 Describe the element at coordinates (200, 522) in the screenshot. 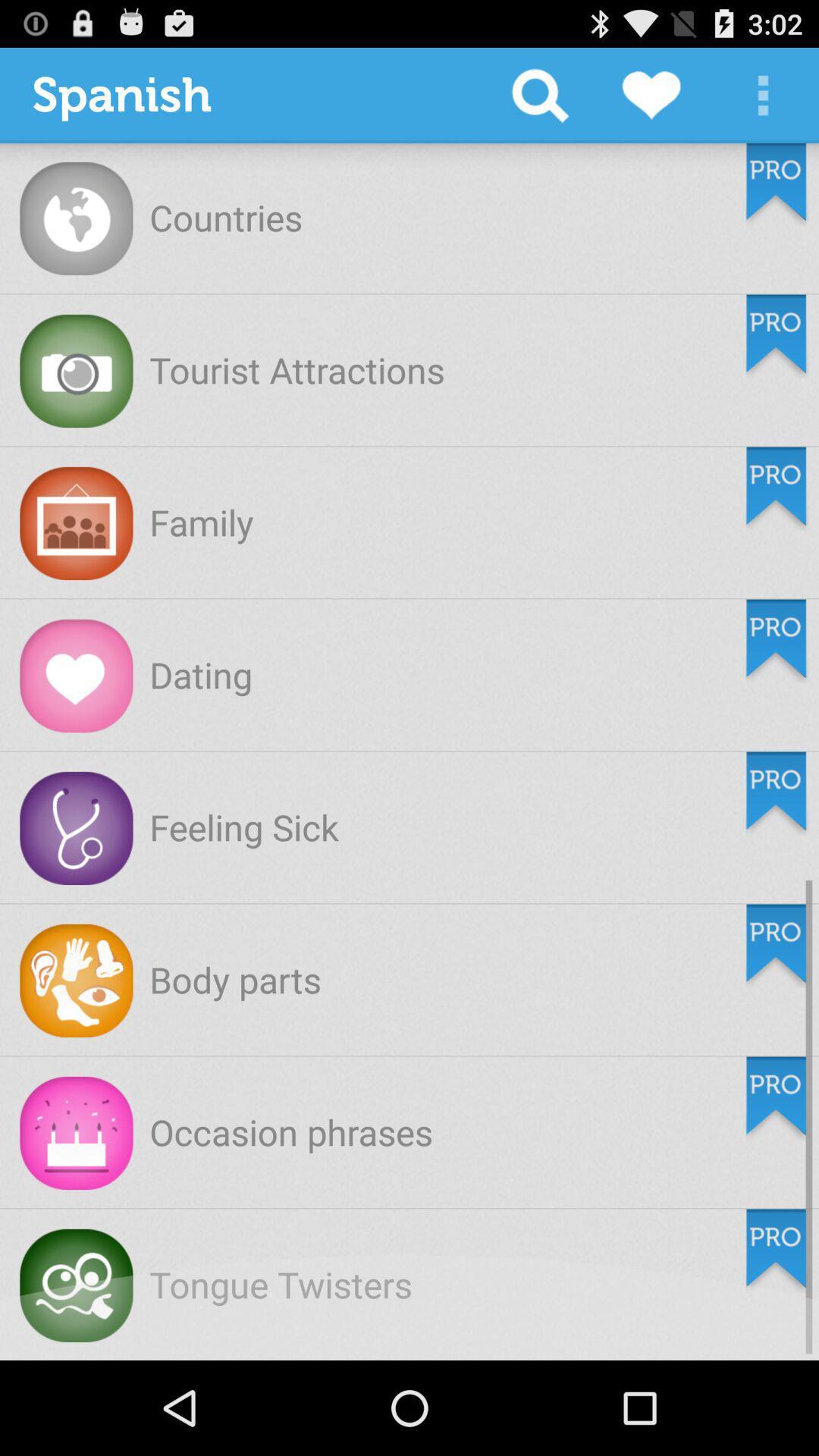

I see `family item` at that location.